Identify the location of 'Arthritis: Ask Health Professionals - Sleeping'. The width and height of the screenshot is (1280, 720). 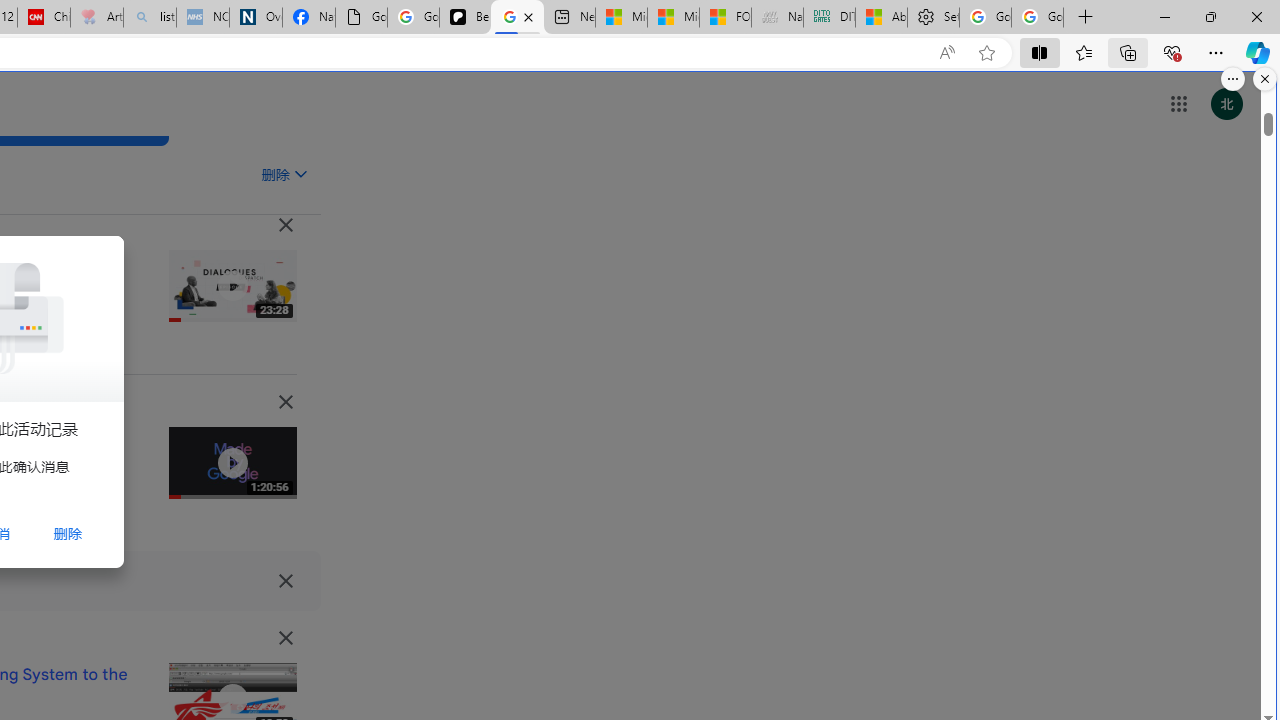
(95, 17).